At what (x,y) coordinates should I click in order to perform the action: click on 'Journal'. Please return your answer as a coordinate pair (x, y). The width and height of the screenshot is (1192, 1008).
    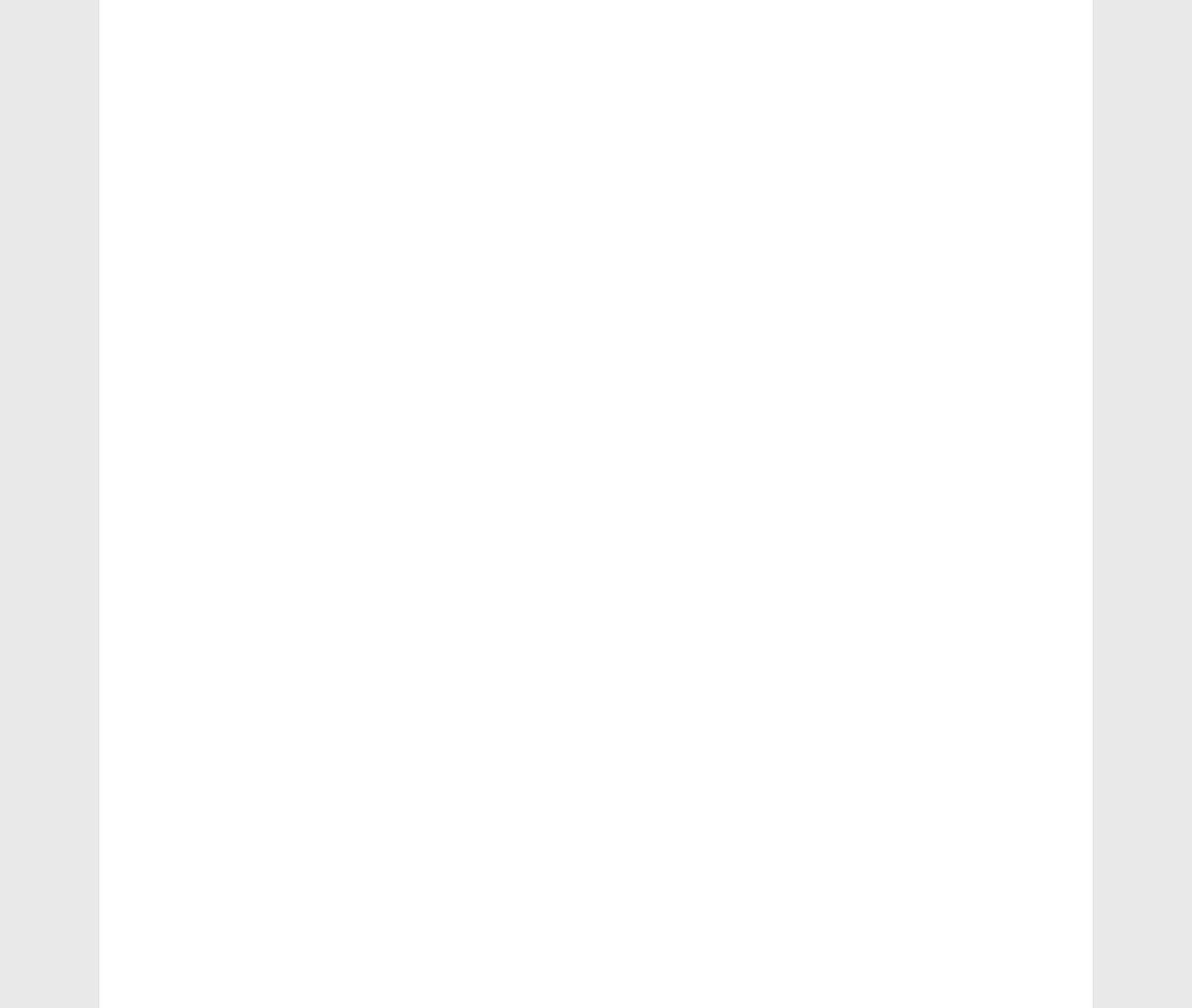
    Looking at the image, I should click on (177, 399).